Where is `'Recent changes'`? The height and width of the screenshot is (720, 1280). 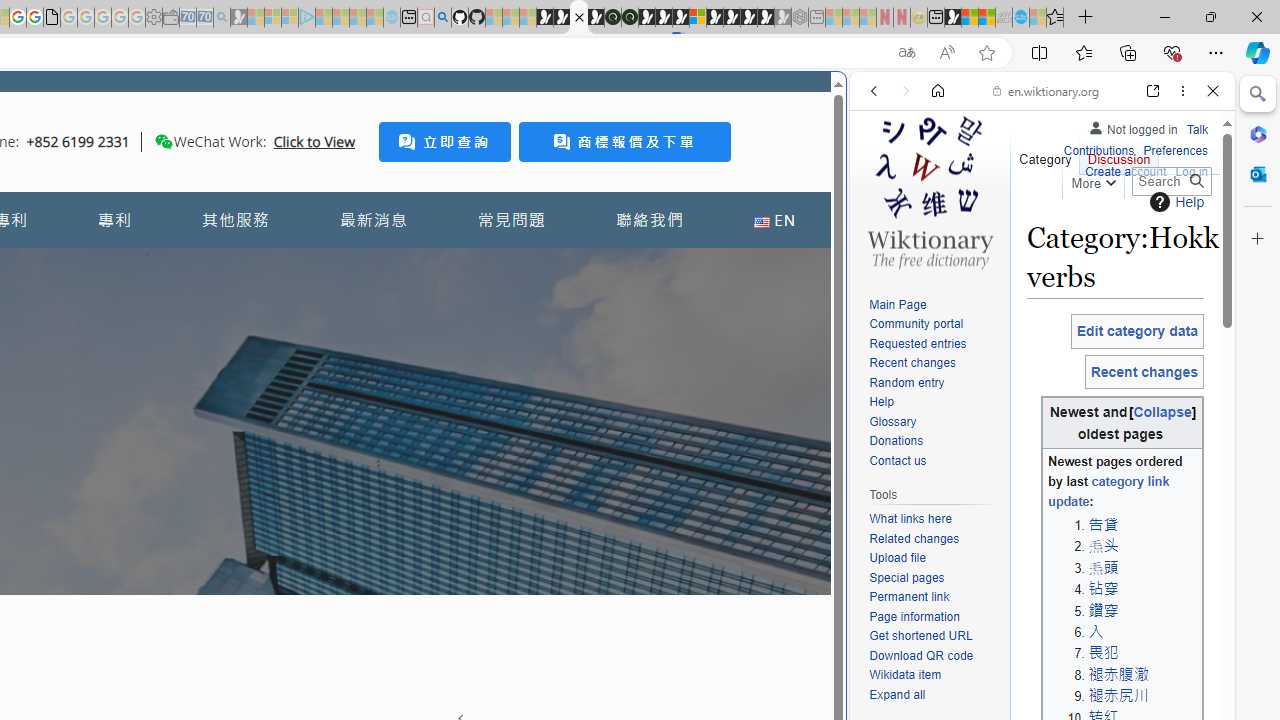 'Recent changes' is located at coordinates (911, 363).